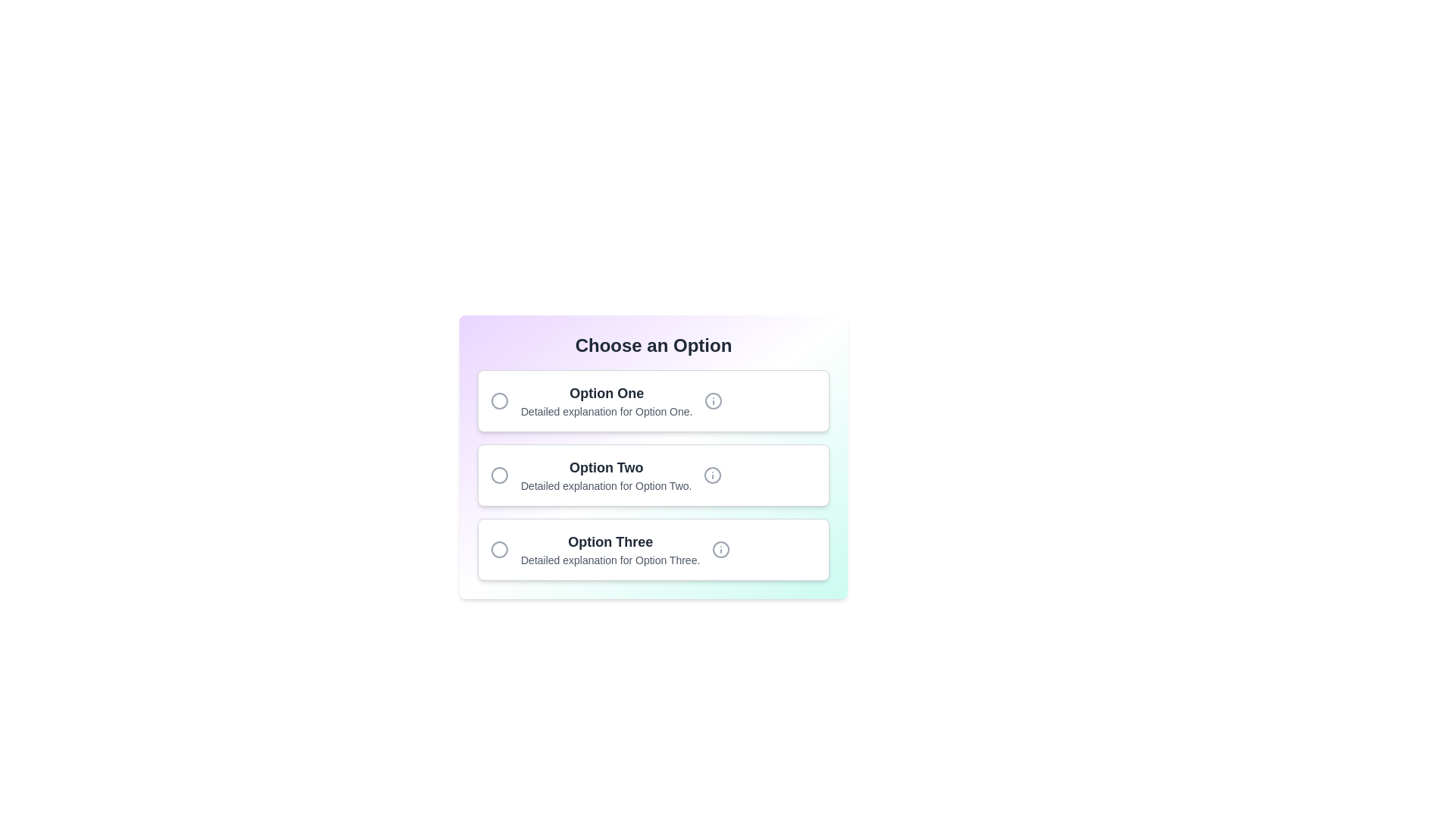 The image size is (1456, 819). Describe the element at coordinates (713, 400) in the screenshot. I see `the SVG circle located to the far right of 'Option One', which serves as a decorative or functional part of the interface` at that location.